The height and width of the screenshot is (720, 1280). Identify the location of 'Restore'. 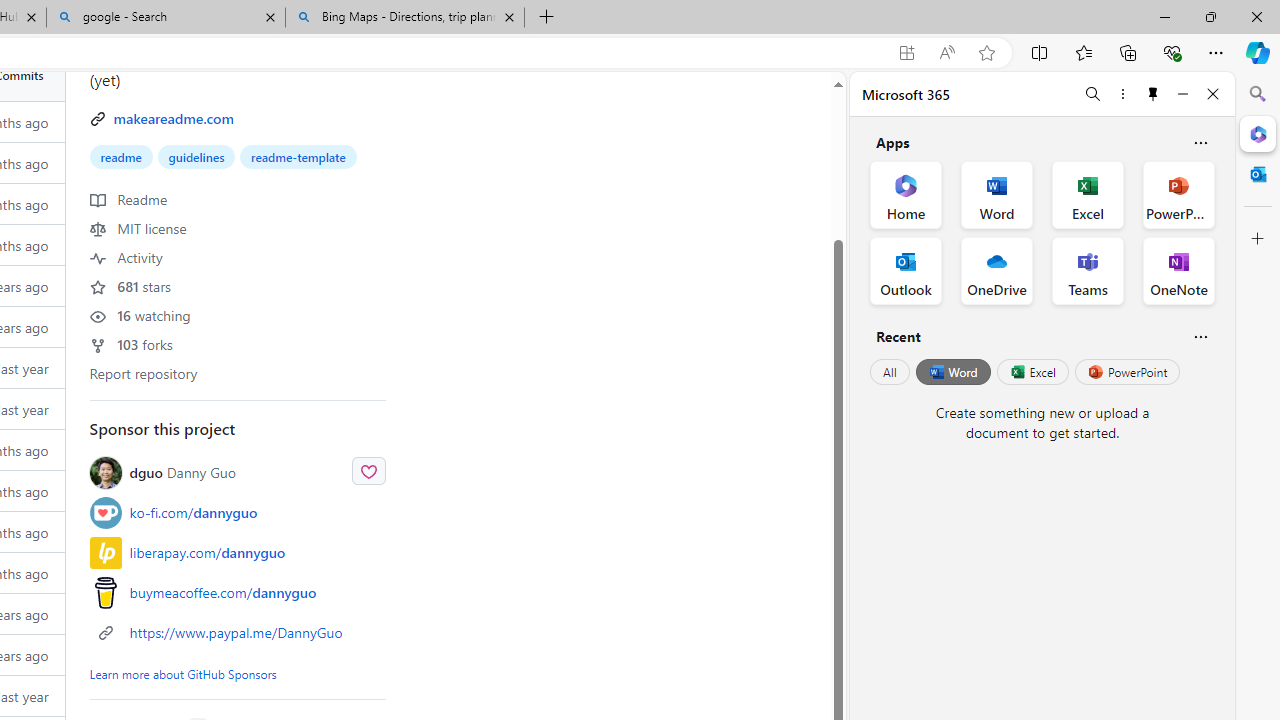
(1209, 16).